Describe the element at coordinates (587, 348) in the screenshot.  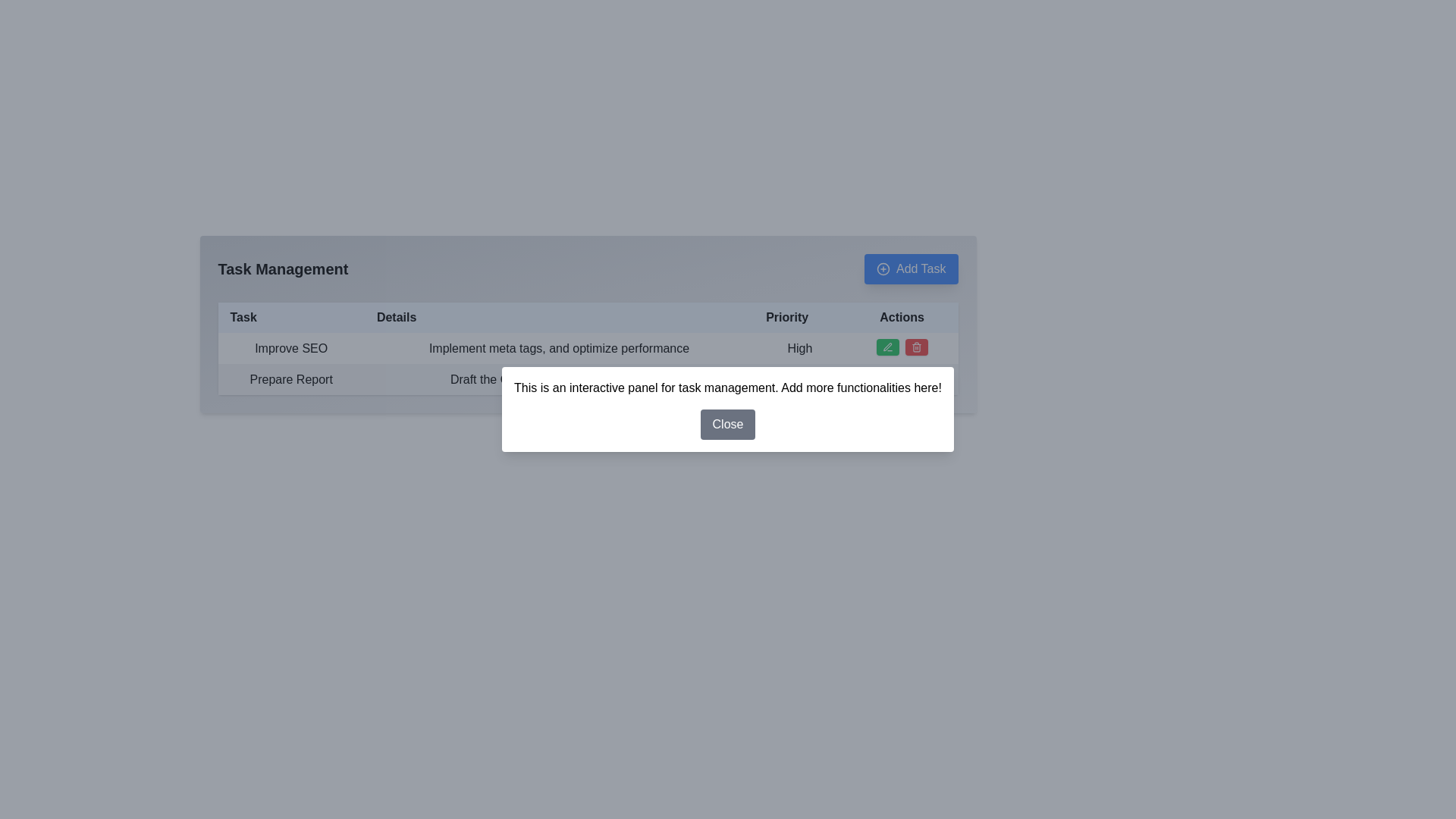
I see `the first table row in the task management dashboard that contains the text 'Improve SEO', 'Implement meta tags, and optimize performance', and 'High'` at that location.